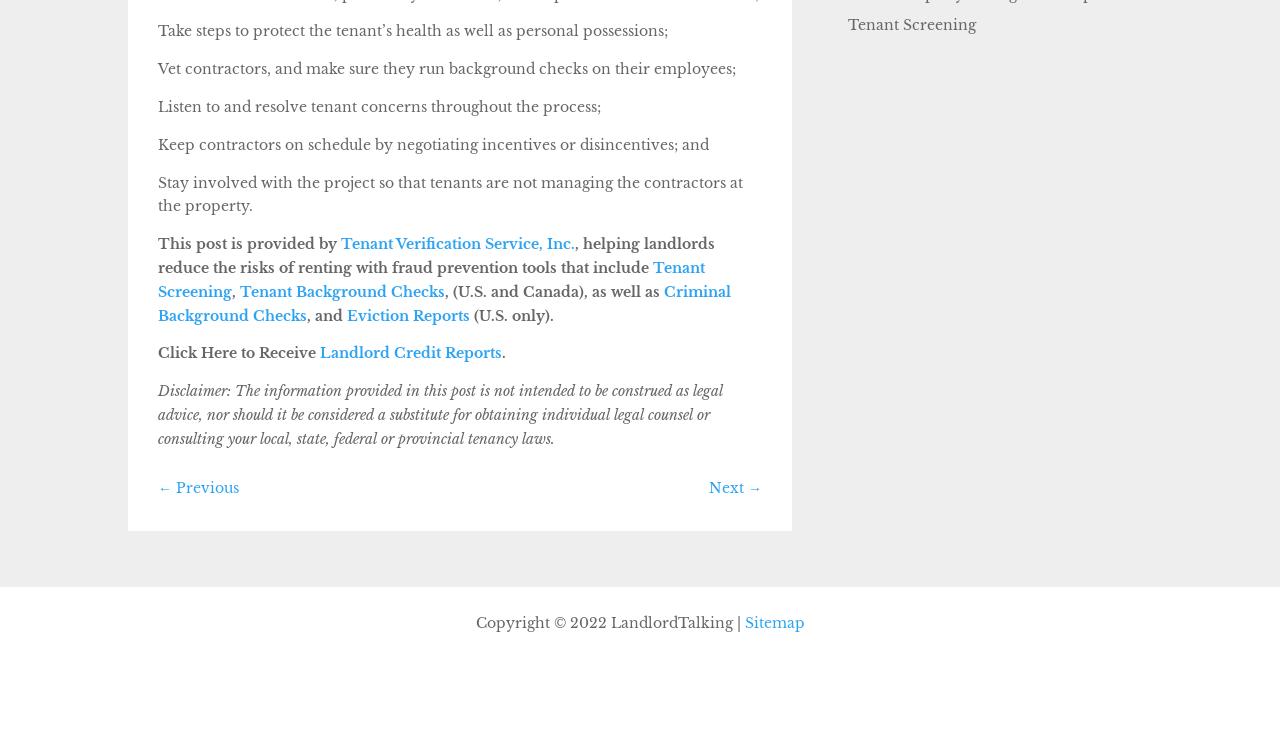 The height and width of the screenshot is (730, 1280). Describe the element at coordinates (773, 622) in the screenshot. I see `'Sitemap'` at that location.